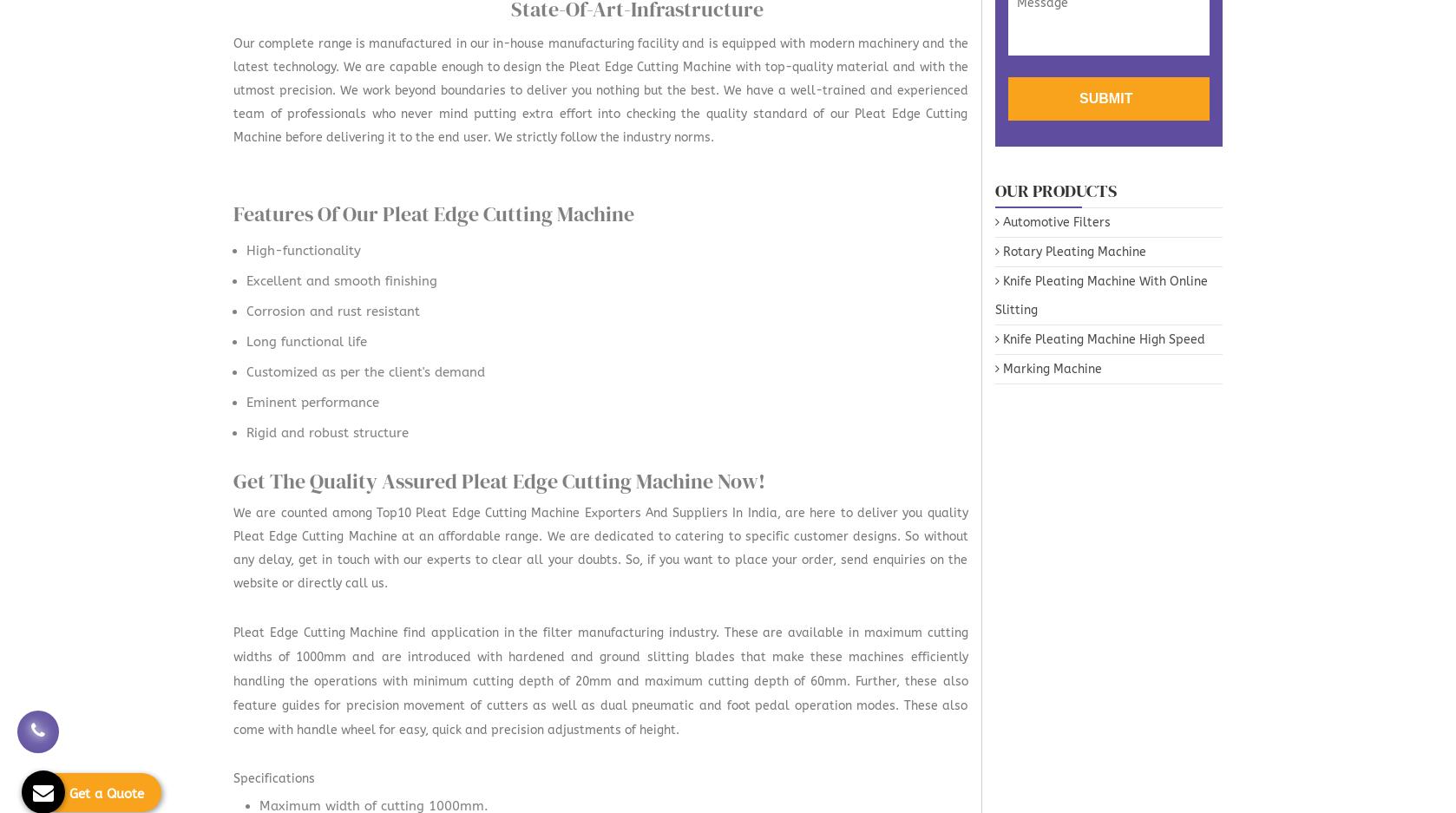  Describe the element at coordinates (1055, 188) in the screenshot. I see `'Our Products'` at that location.